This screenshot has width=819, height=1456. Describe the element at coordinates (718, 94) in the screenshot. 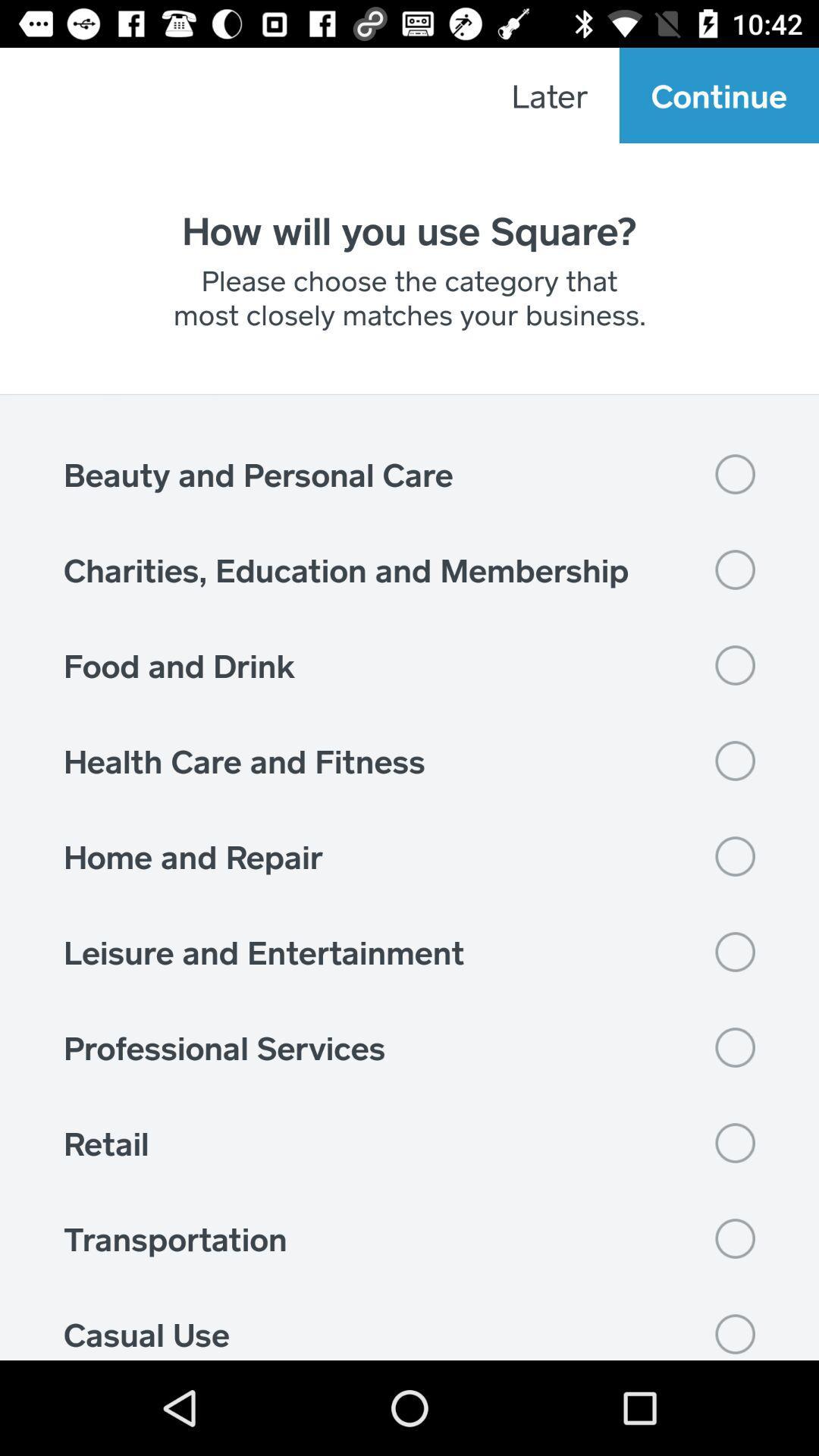

I see `the continue` at that location.